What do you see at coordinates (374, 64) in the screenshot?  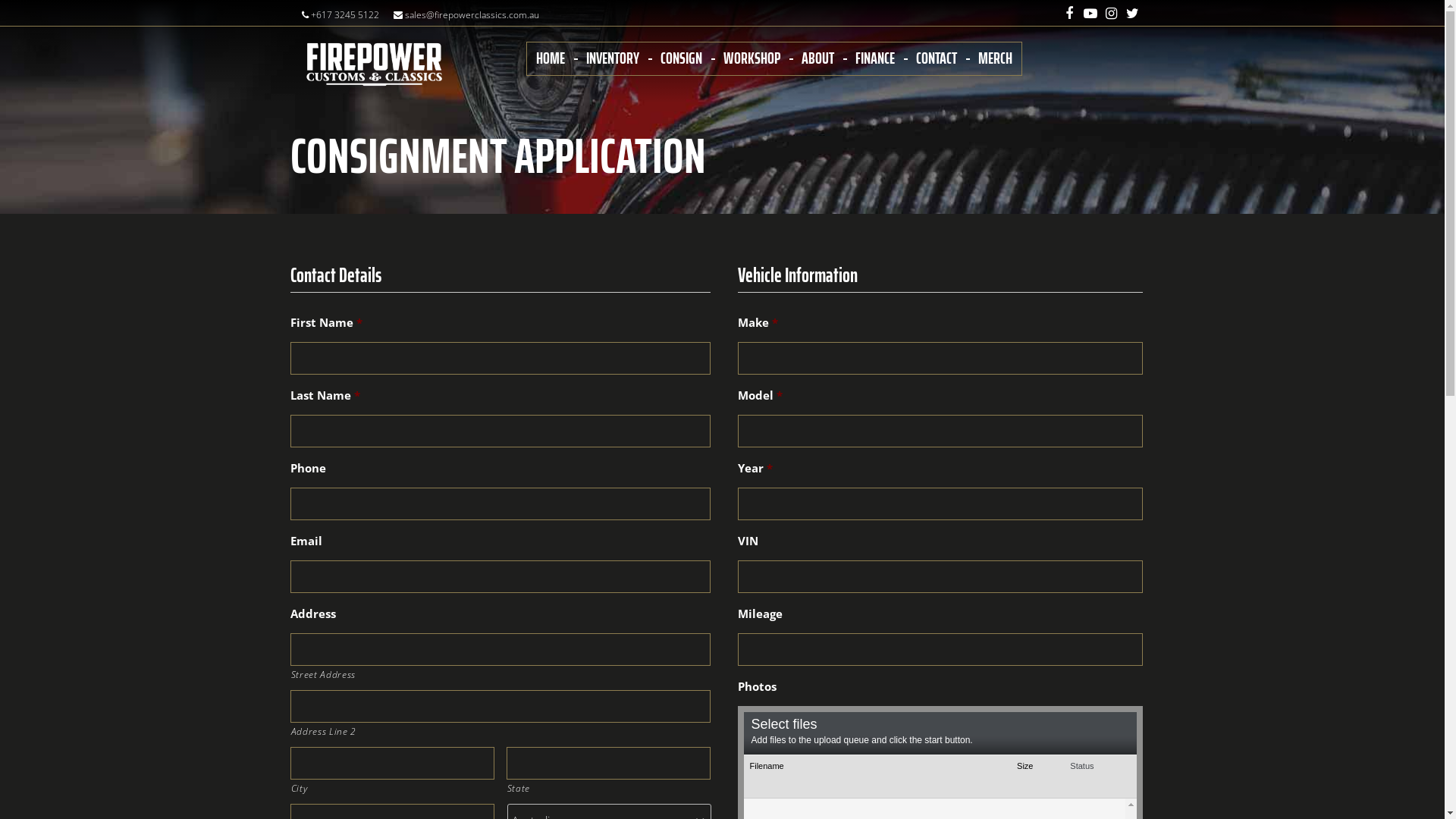 I see `'Firepower Customs & Classics homepage'` at bounding box center [374, 64].